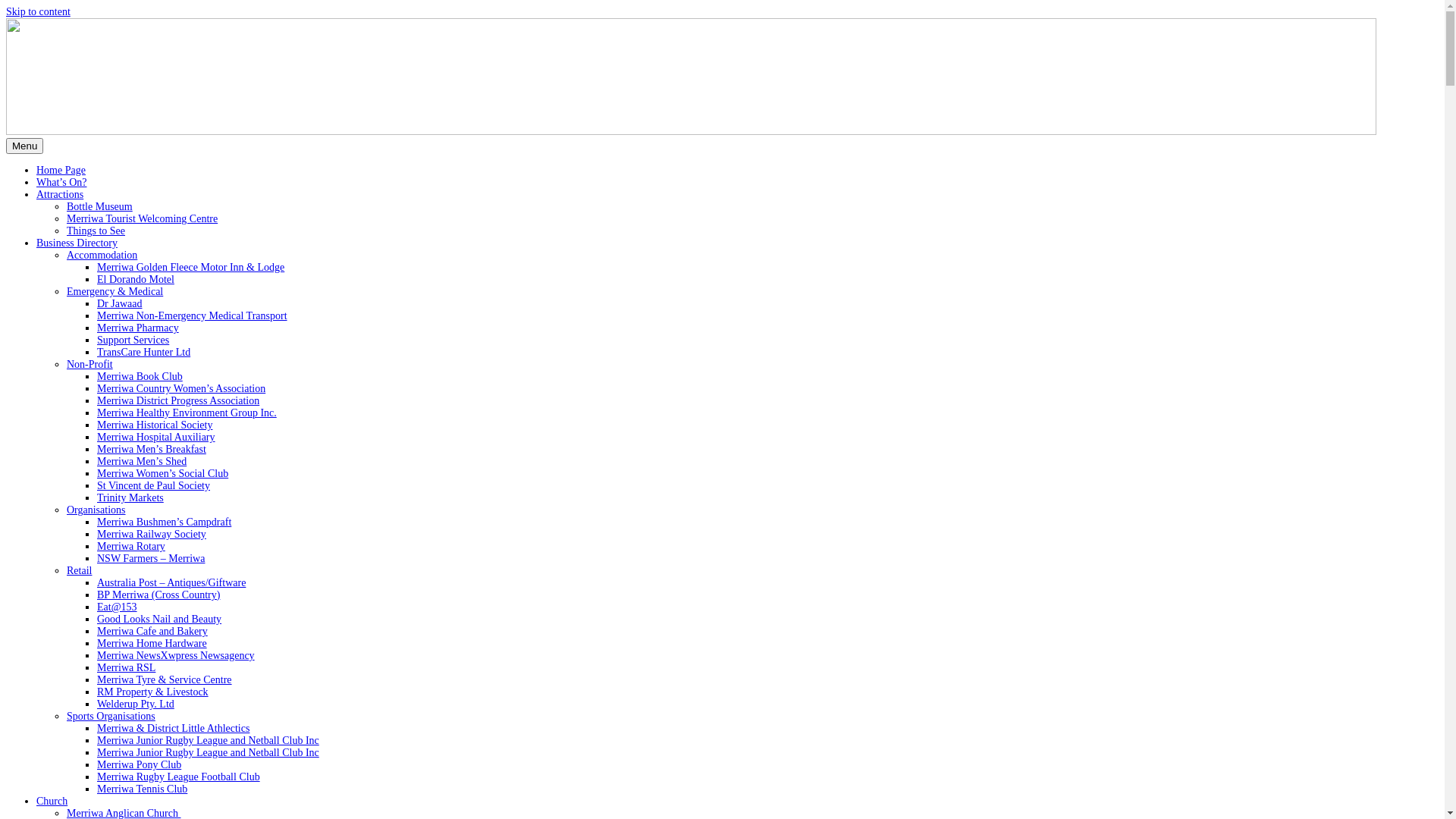 The image size is (1456, 819). I want to click on 'Merriwa Non-Emergency Medical Transport', so click(191, 315).